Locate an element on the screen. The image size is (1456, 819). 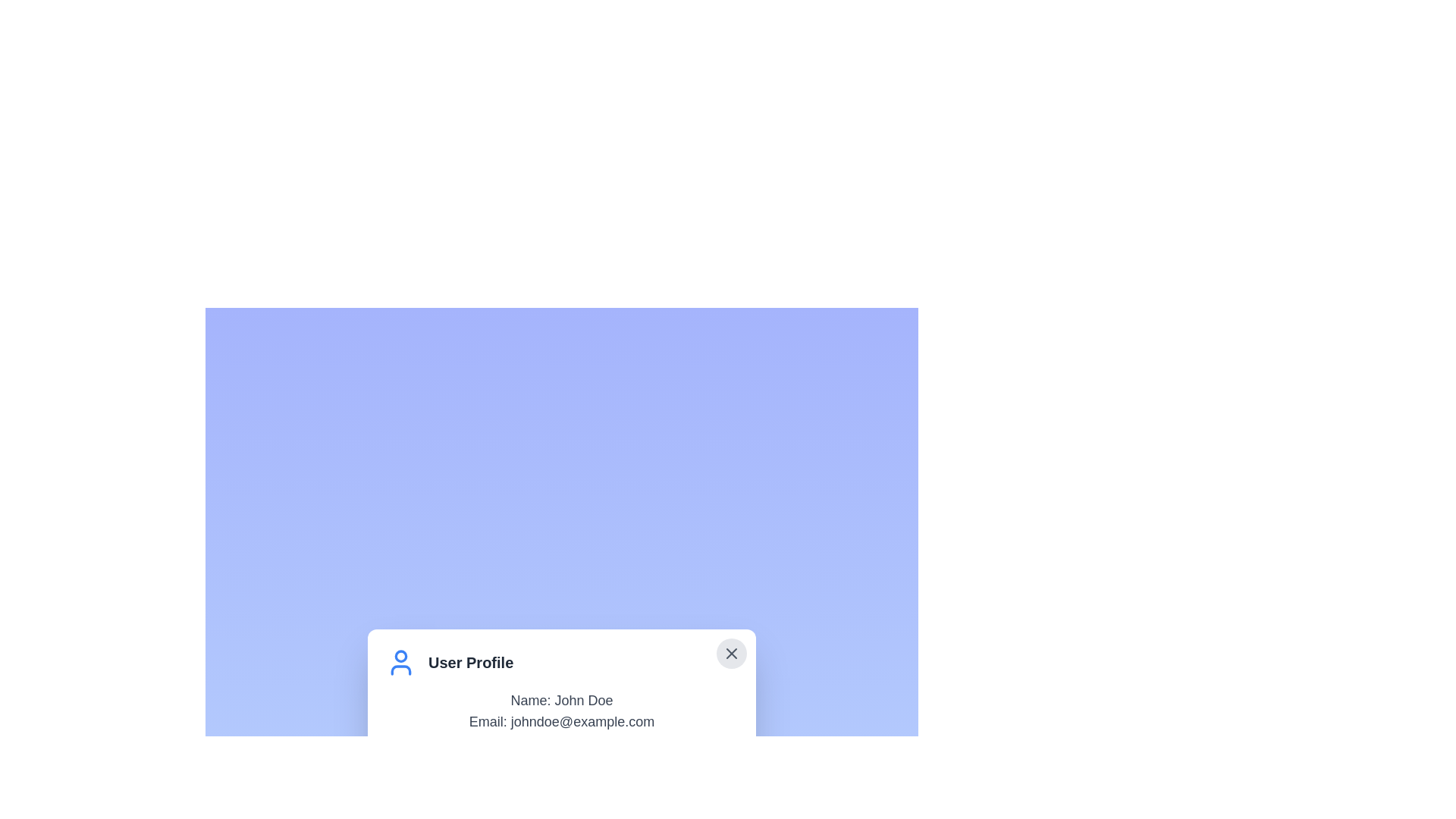
the delete account button located at the bottom-right corner of the user profile card interface to change its background color is located at coordinates (652, 766).